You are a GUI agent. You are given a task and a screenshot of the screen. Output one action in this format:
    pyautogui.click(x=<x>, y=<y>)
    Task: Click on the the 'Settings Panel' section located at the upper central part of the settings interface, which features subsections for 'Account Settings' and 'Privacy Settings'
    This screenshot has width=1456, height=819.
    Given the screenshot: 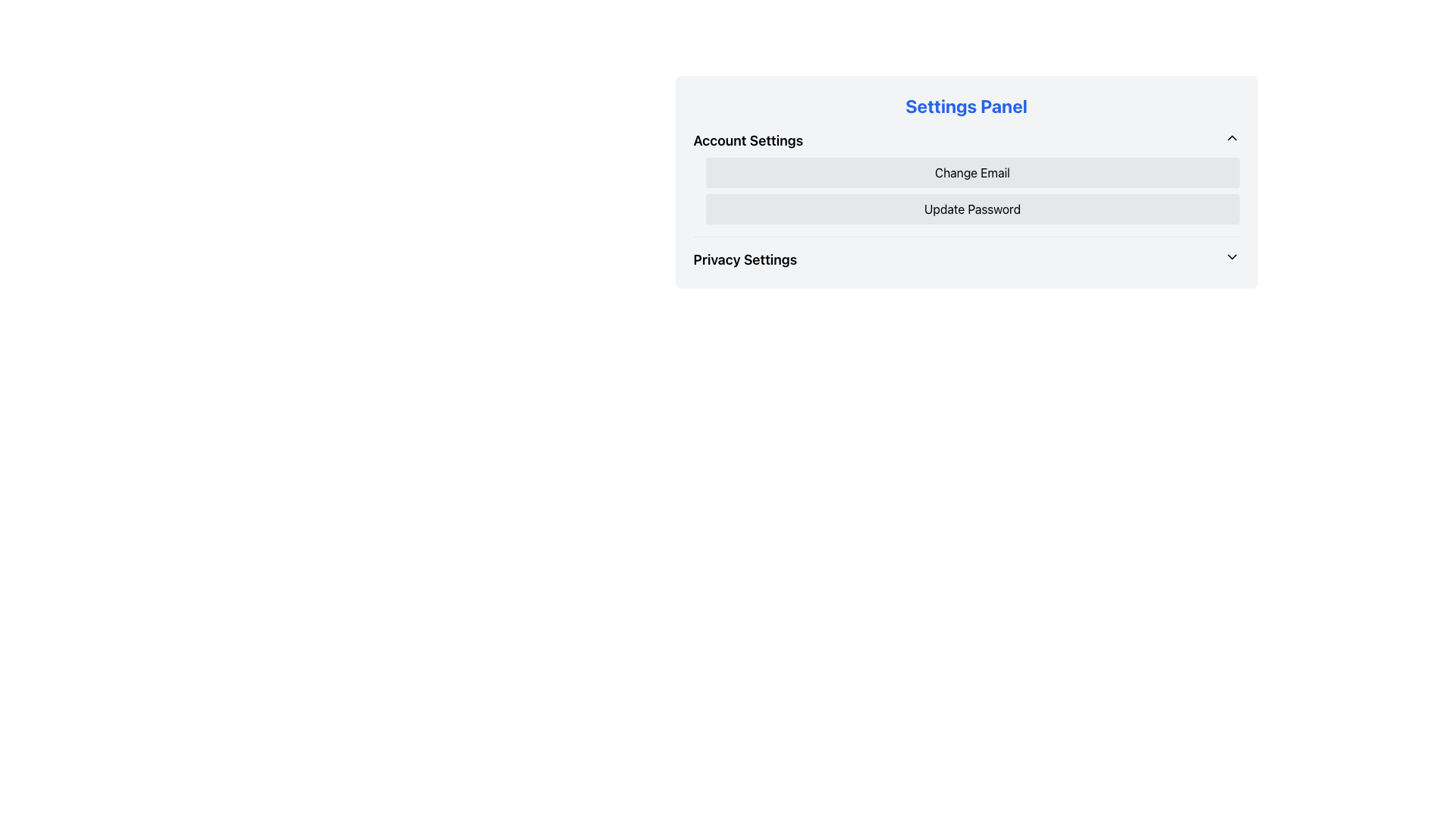 What is the action you would take?
    pyautogui.click(x=965, y=181)
    